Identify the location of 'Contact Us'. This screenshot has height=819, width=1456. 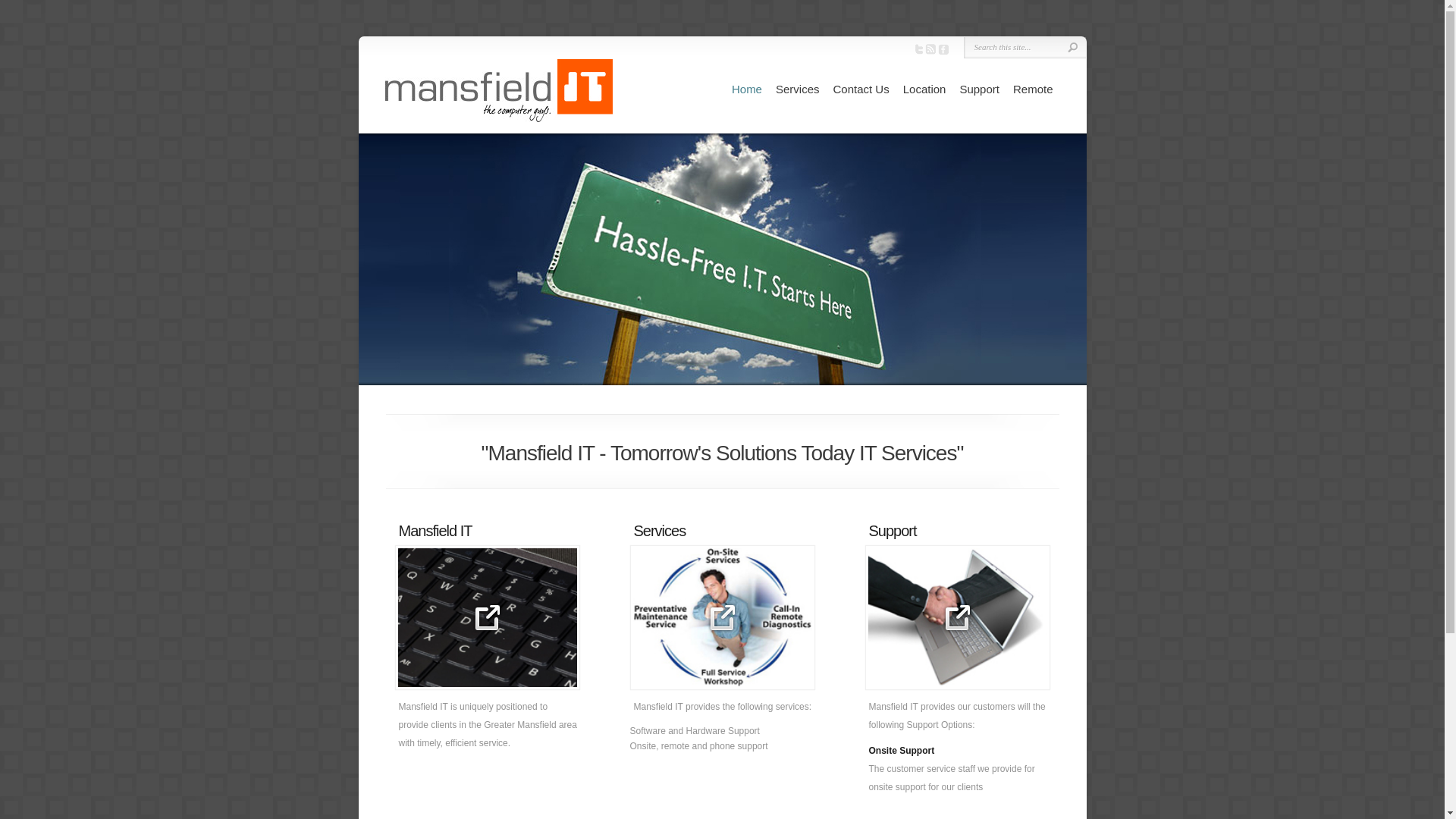
(860, 89).